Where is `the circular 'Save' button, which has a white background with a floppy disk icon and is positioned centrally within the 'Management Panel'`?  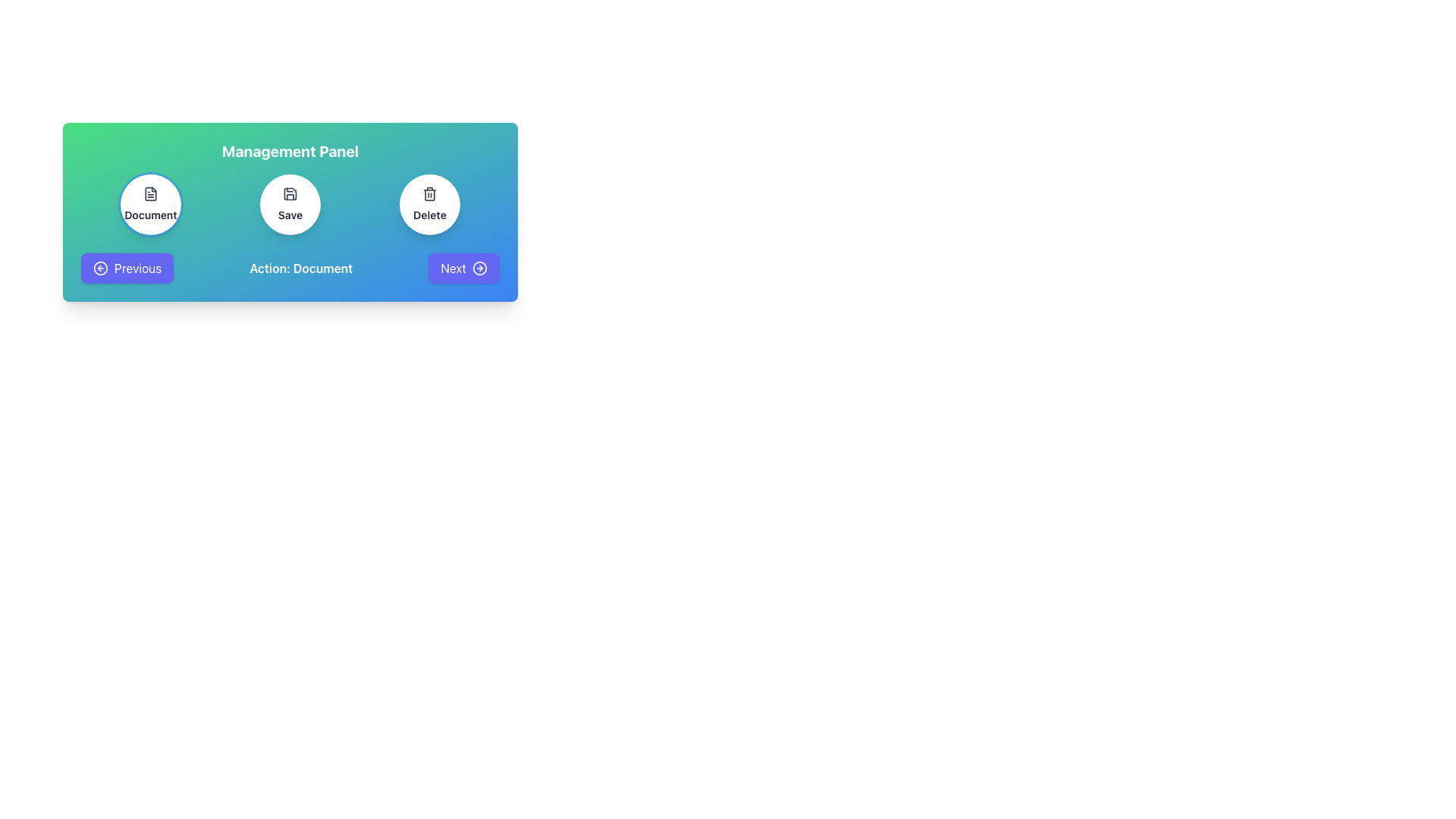
the circular 'Save' button, which has a white background with a floppy disk icon and is positioned centrally within the 'Management Panel' is located at coordinates (290, 212).